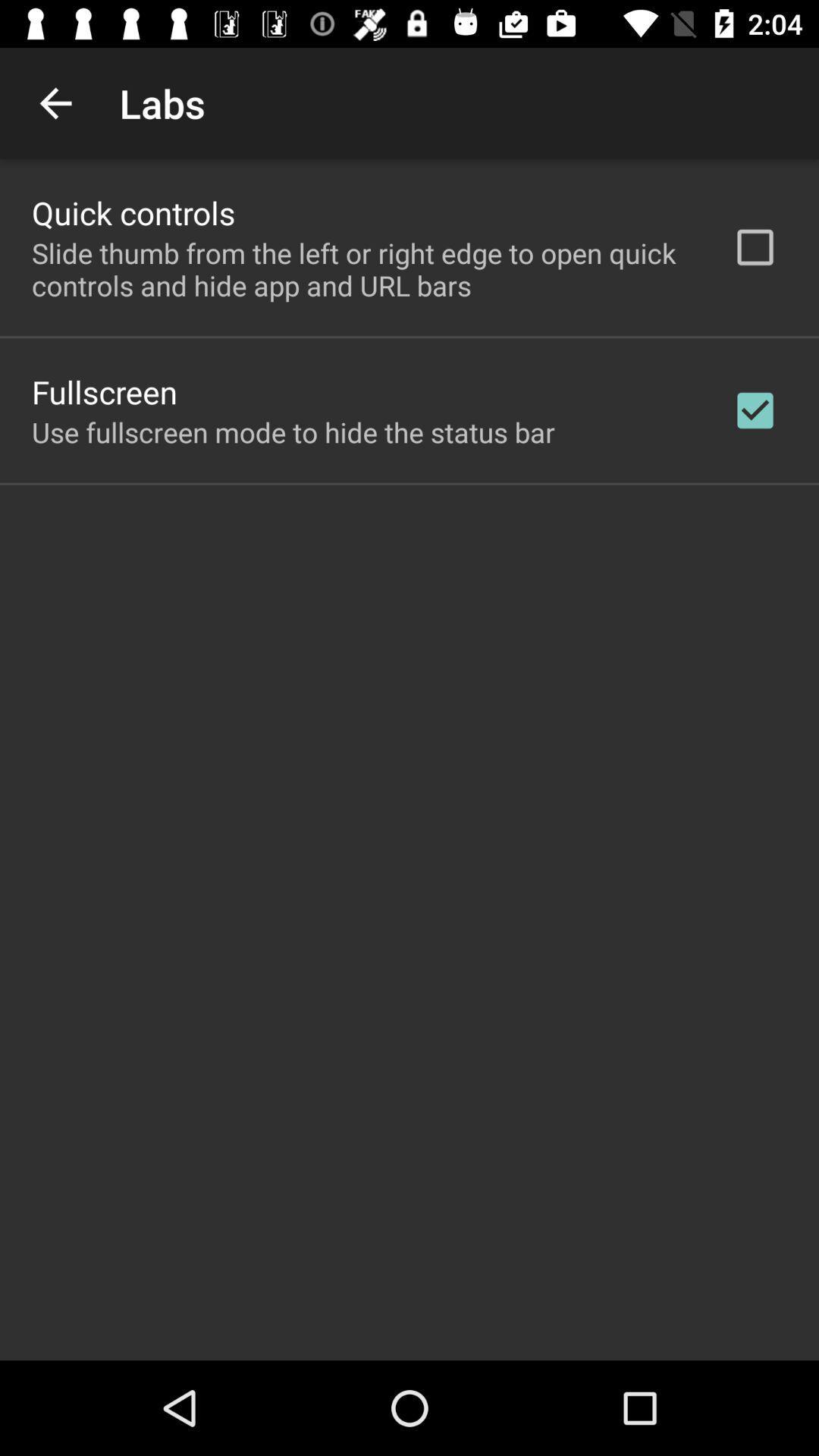 This screenshot has width=819, height=1456. Describe the element at coordinates (293, 431) in the screenshot. I see `use fullscreen mode item` at that location.